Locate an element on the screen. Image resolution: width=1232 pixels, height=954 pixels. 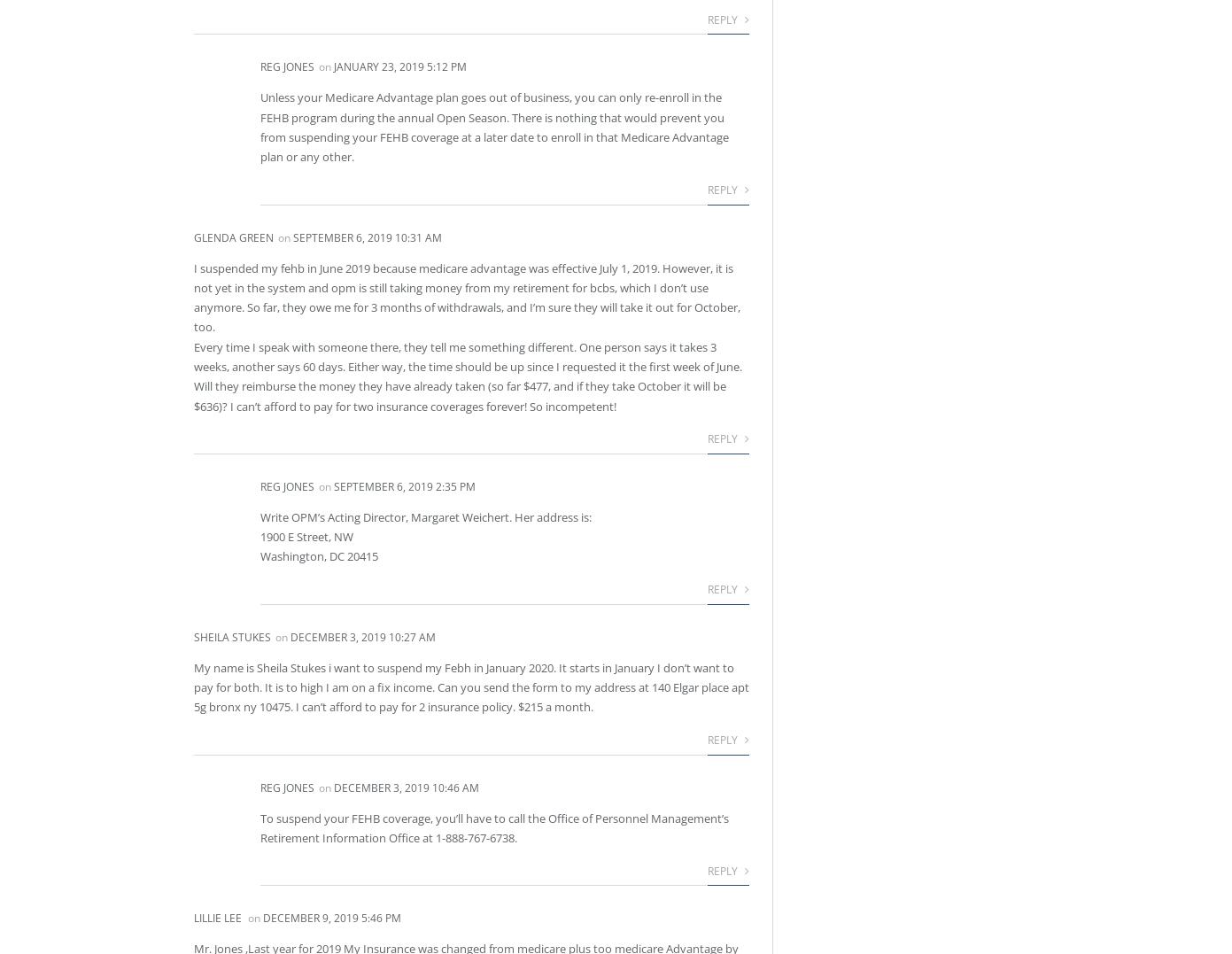
'1900 E Street, NW' is located at coordinates (306, 536).